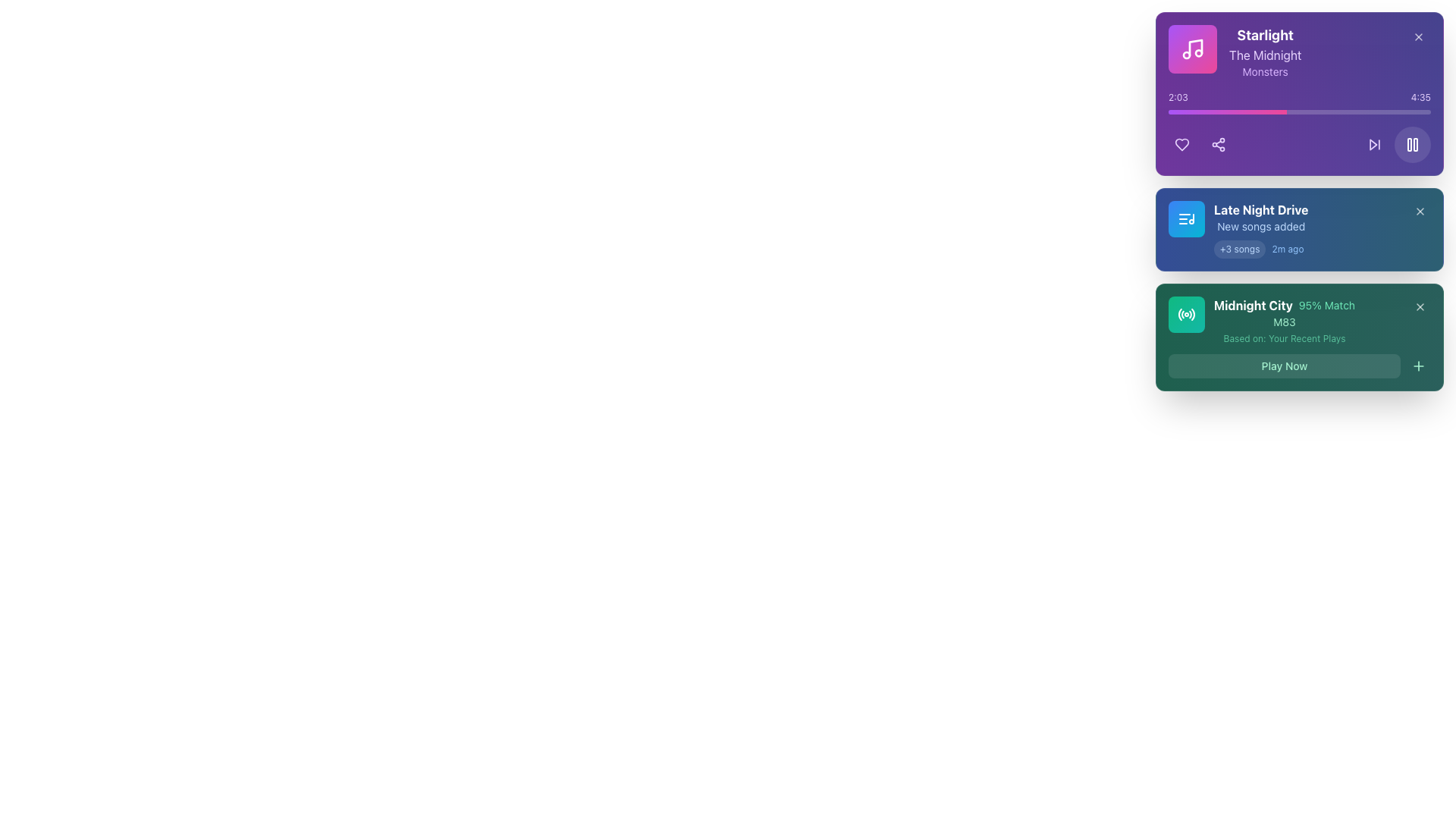 The image size is (1456, 819). Describe the element at coordinates (1259, 111) in the screenshot. I see `playback progress` at that location.